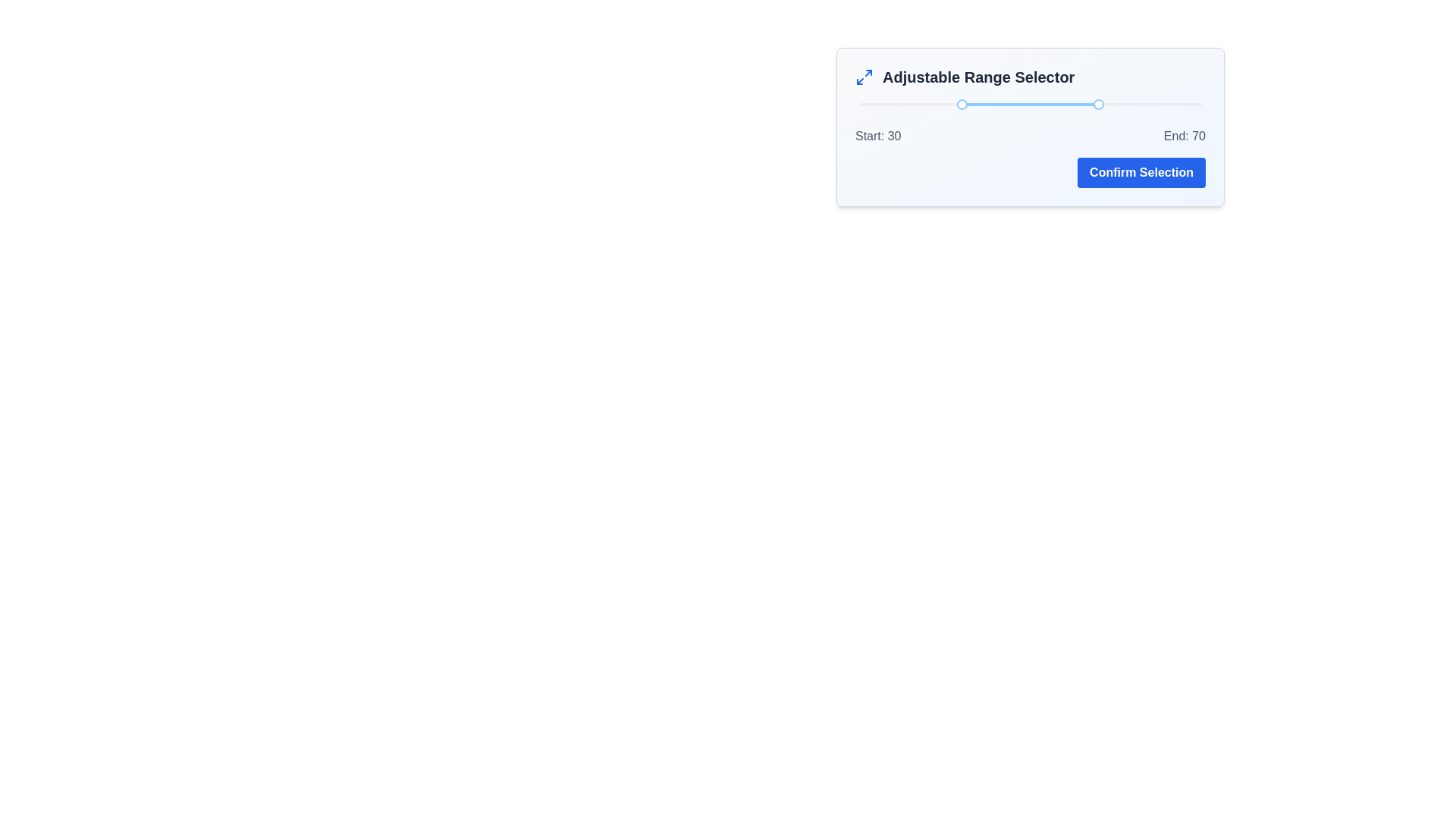 The width and height of the screenshot is (1456, 819). What do you see at coordinates (1030, 122) in the screenshot?
I see `the Range Slider` at bounding box center [1030, 122].